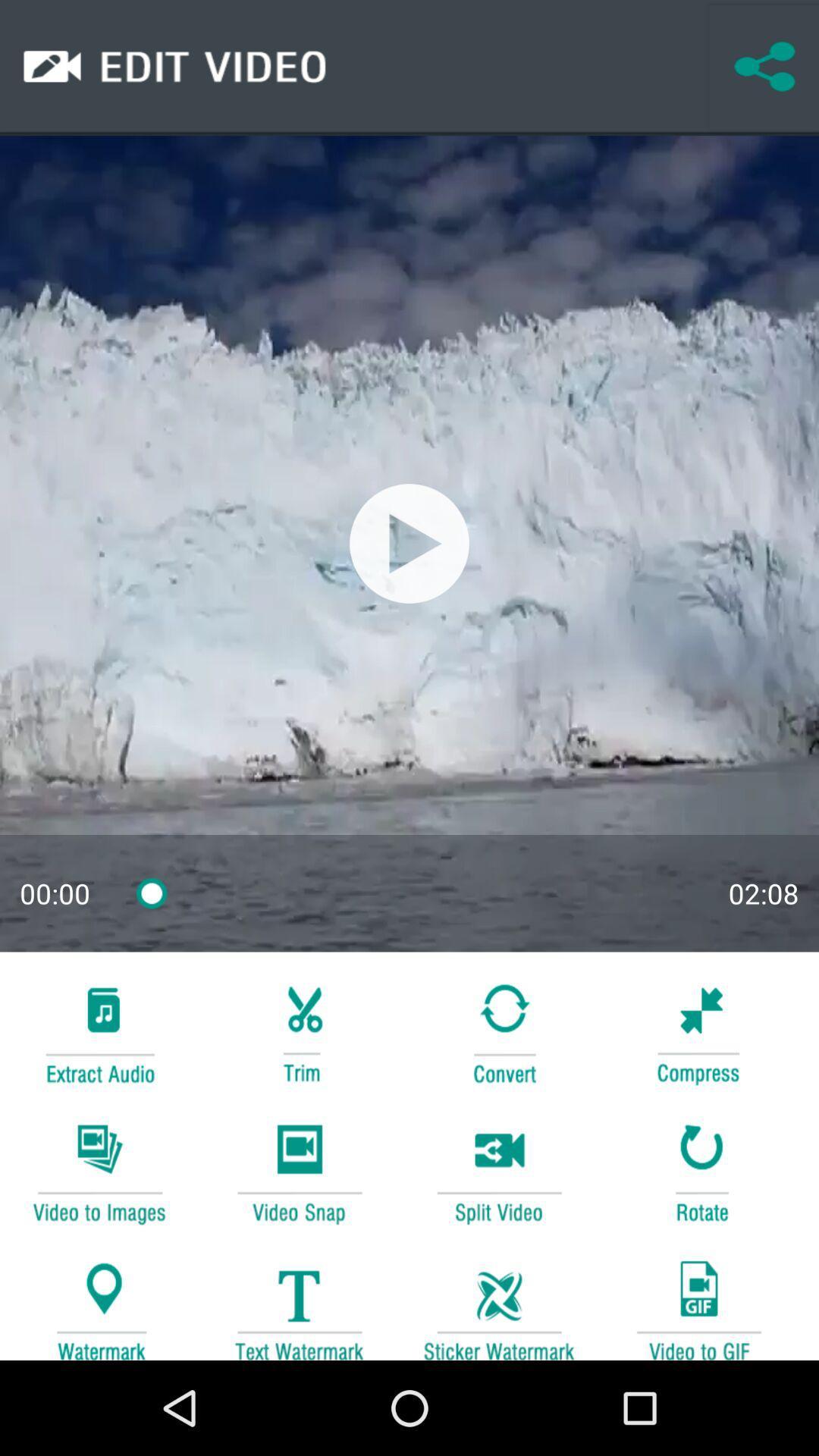  I want to click on rotate option, so click(698, 1171).